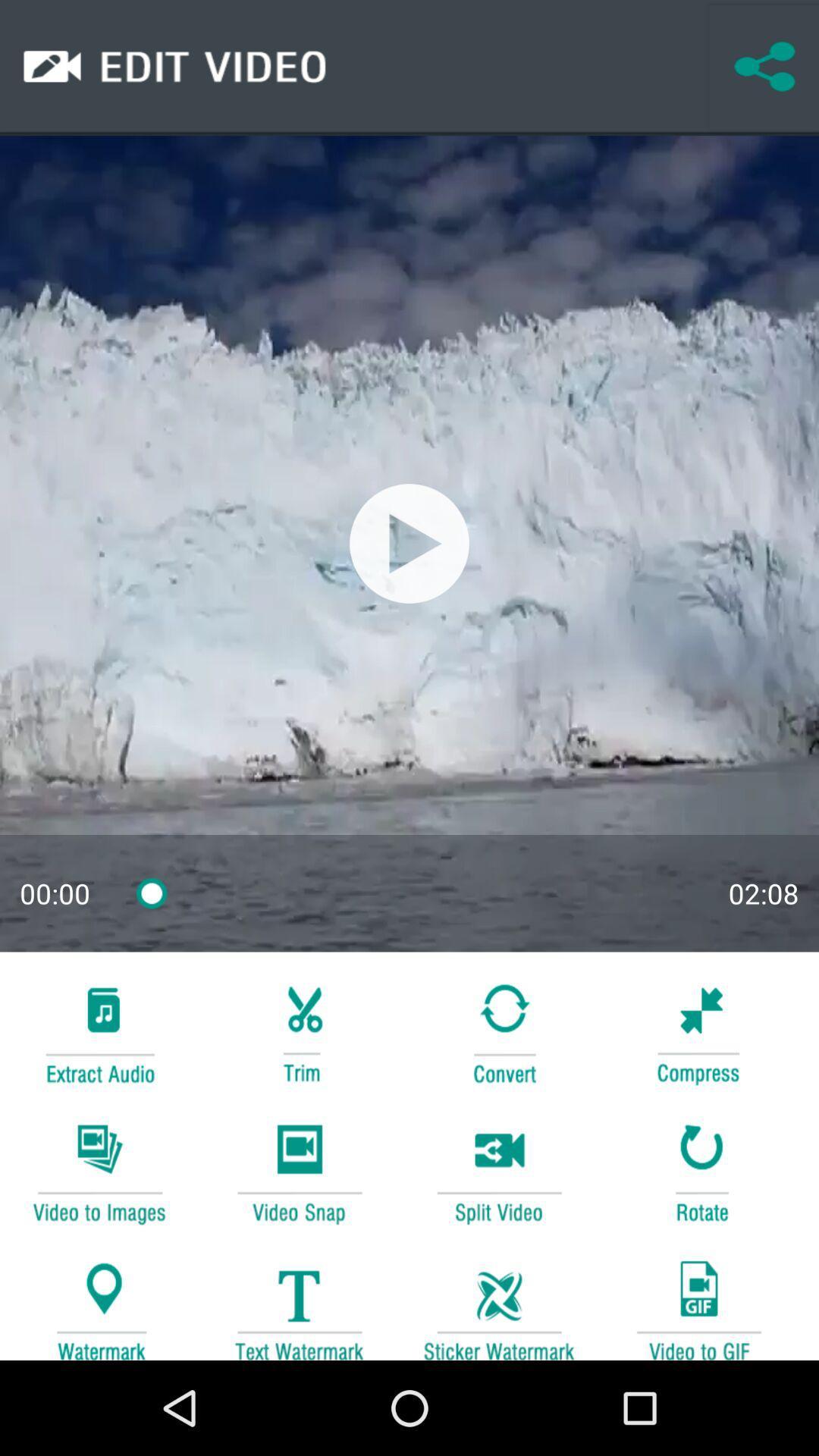  I want to click on rotate option, so click(698, 1171).